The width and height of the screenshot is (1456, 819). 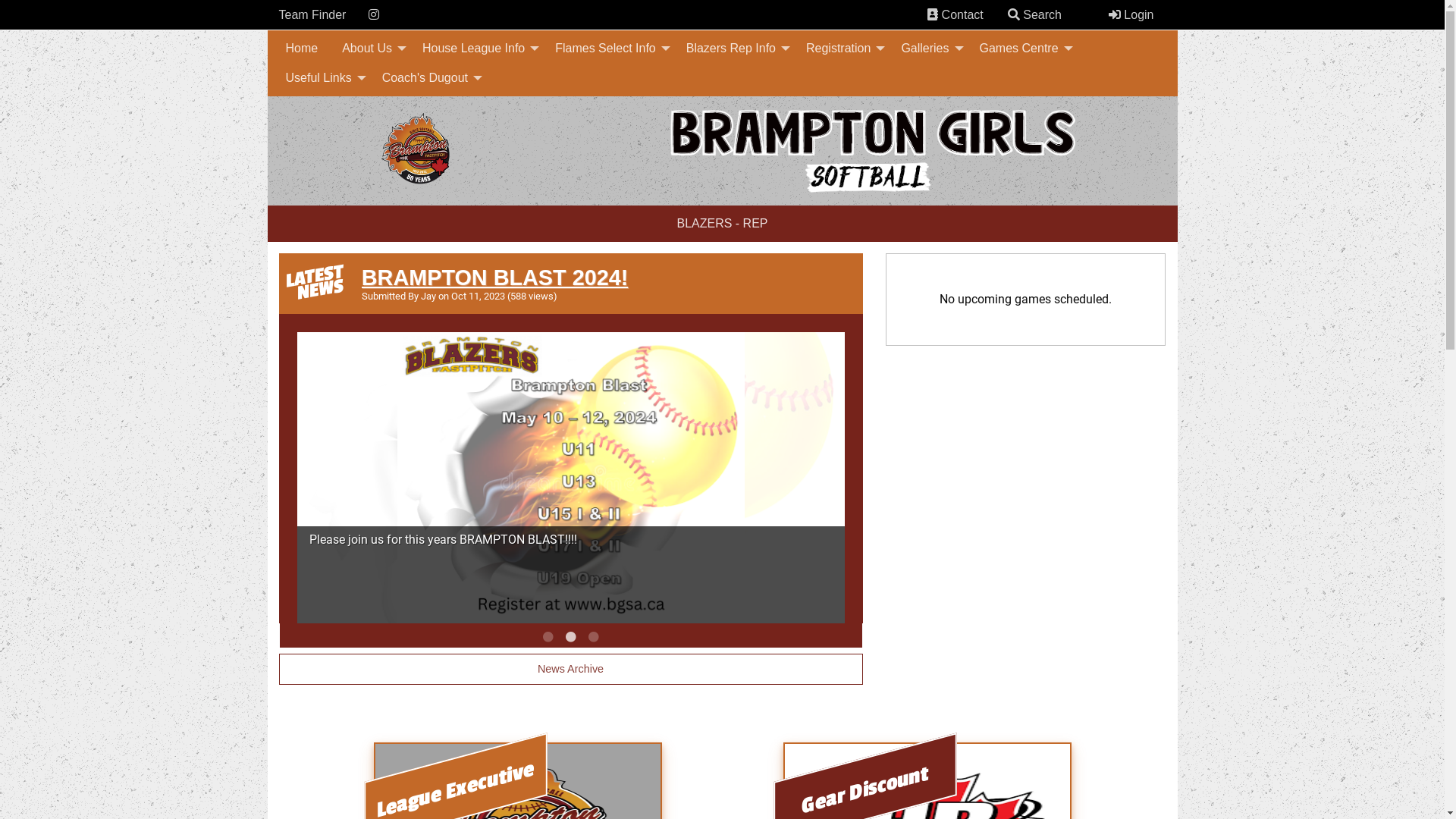 I want to click on 'House League Info', so click(x=475, y=48).